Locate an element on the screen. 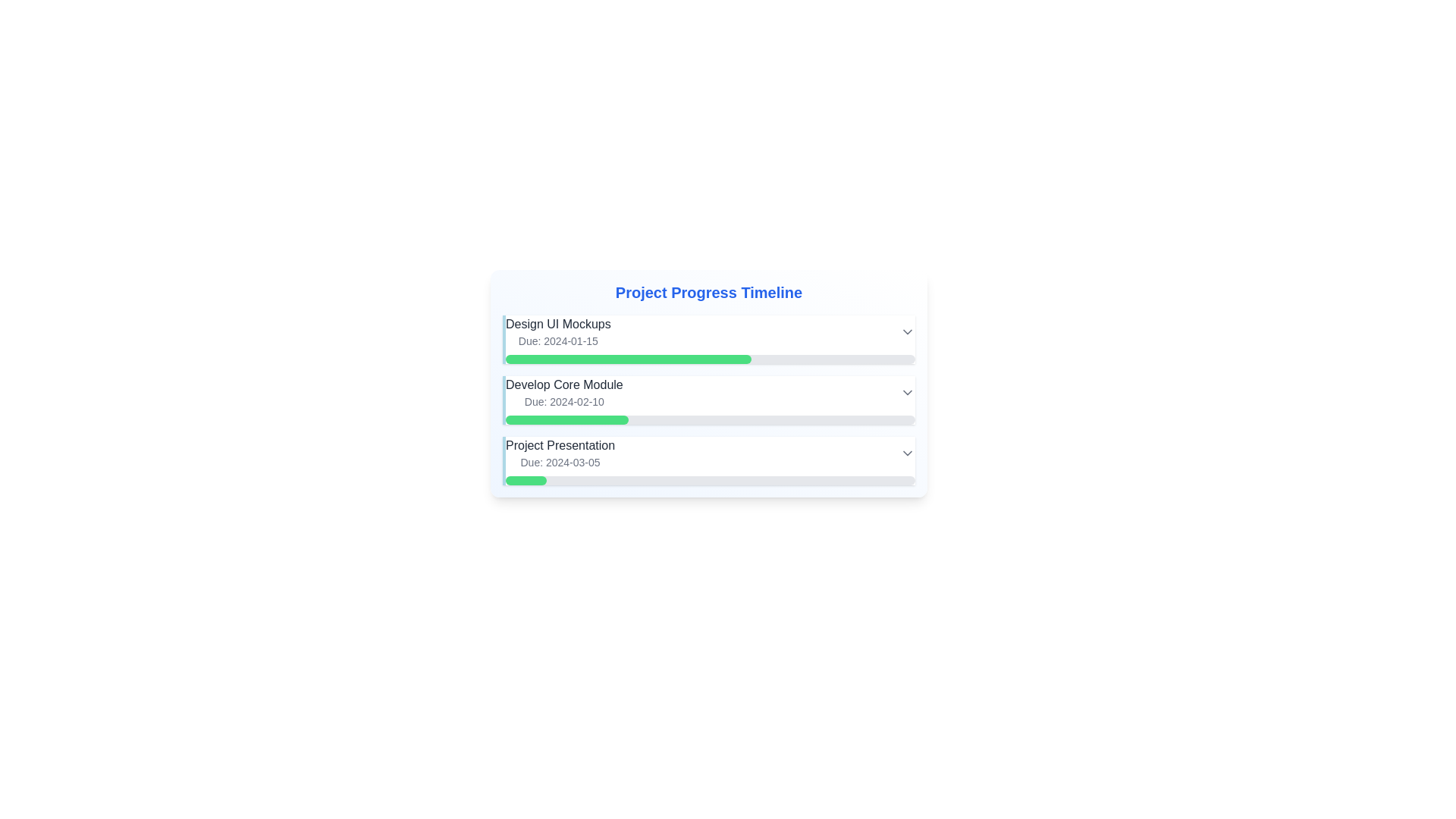  the 'Develop Core Module' task block, which displays task information with a bold title and a due date, located in the project status interface is located at coordinates (709, 391).